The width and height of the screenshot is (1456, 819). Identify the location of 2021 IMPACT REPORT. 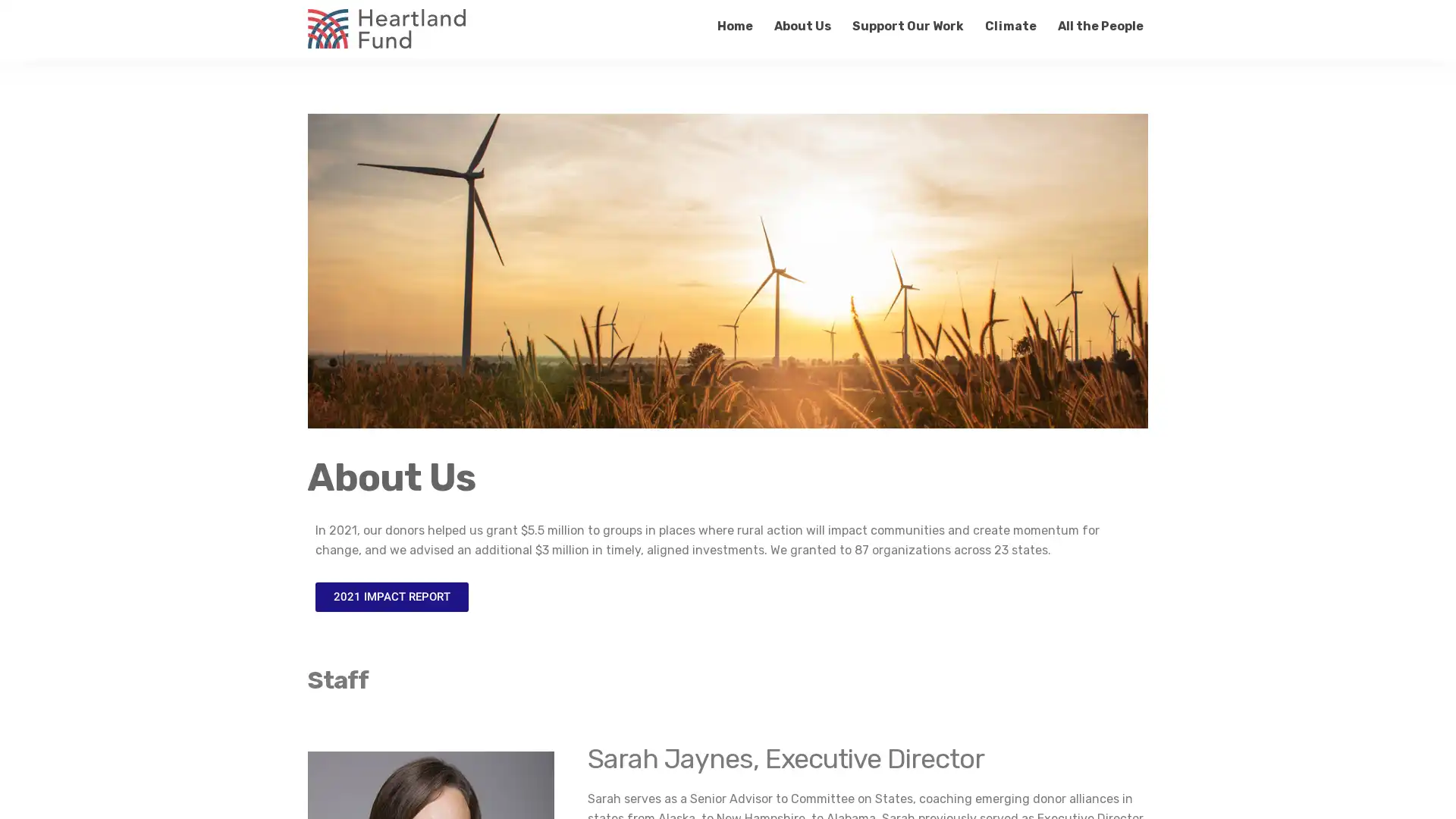
(392, 596).